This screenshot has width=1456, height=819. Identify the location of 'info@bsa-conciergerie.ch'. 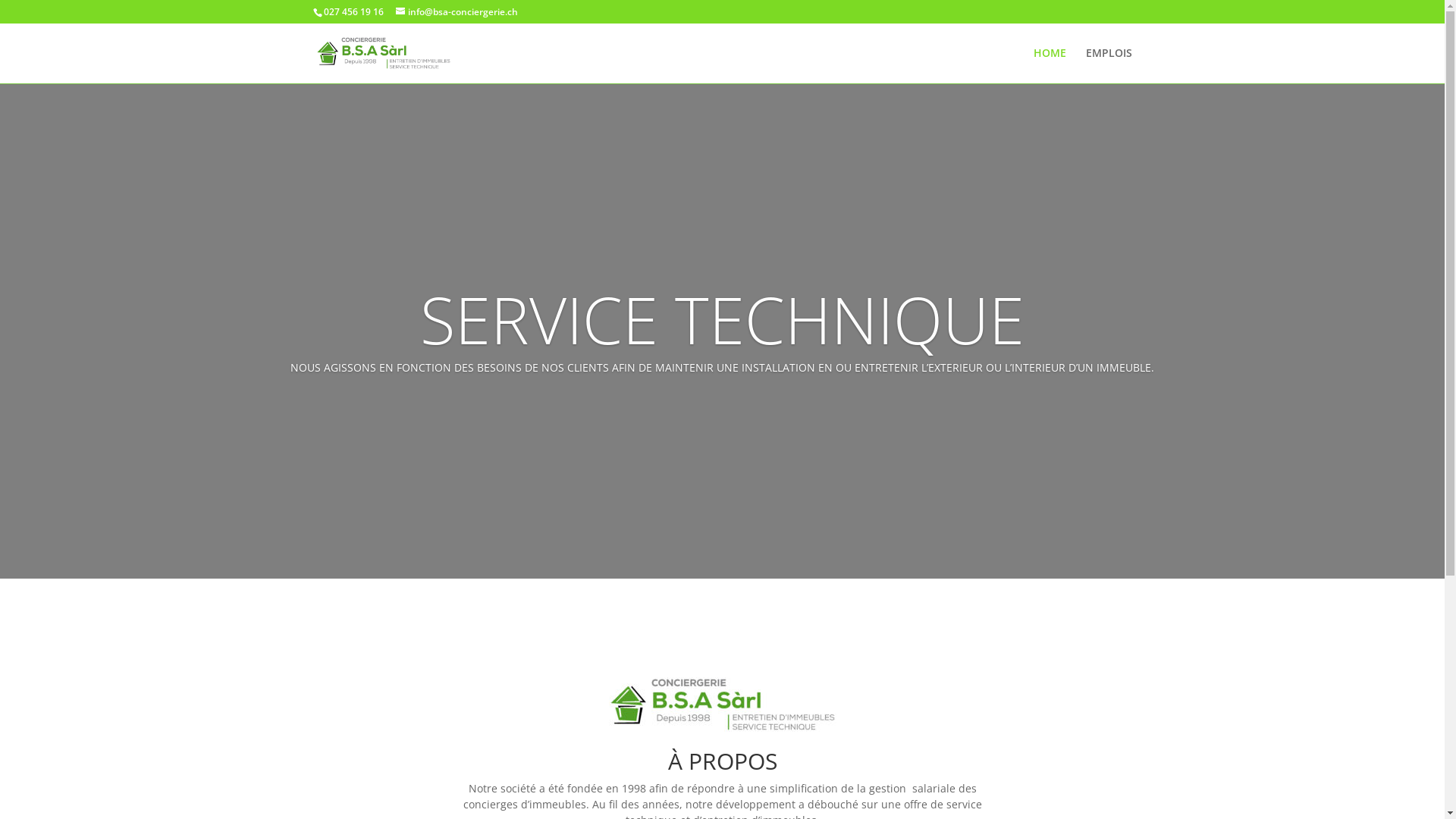
(456, 11).